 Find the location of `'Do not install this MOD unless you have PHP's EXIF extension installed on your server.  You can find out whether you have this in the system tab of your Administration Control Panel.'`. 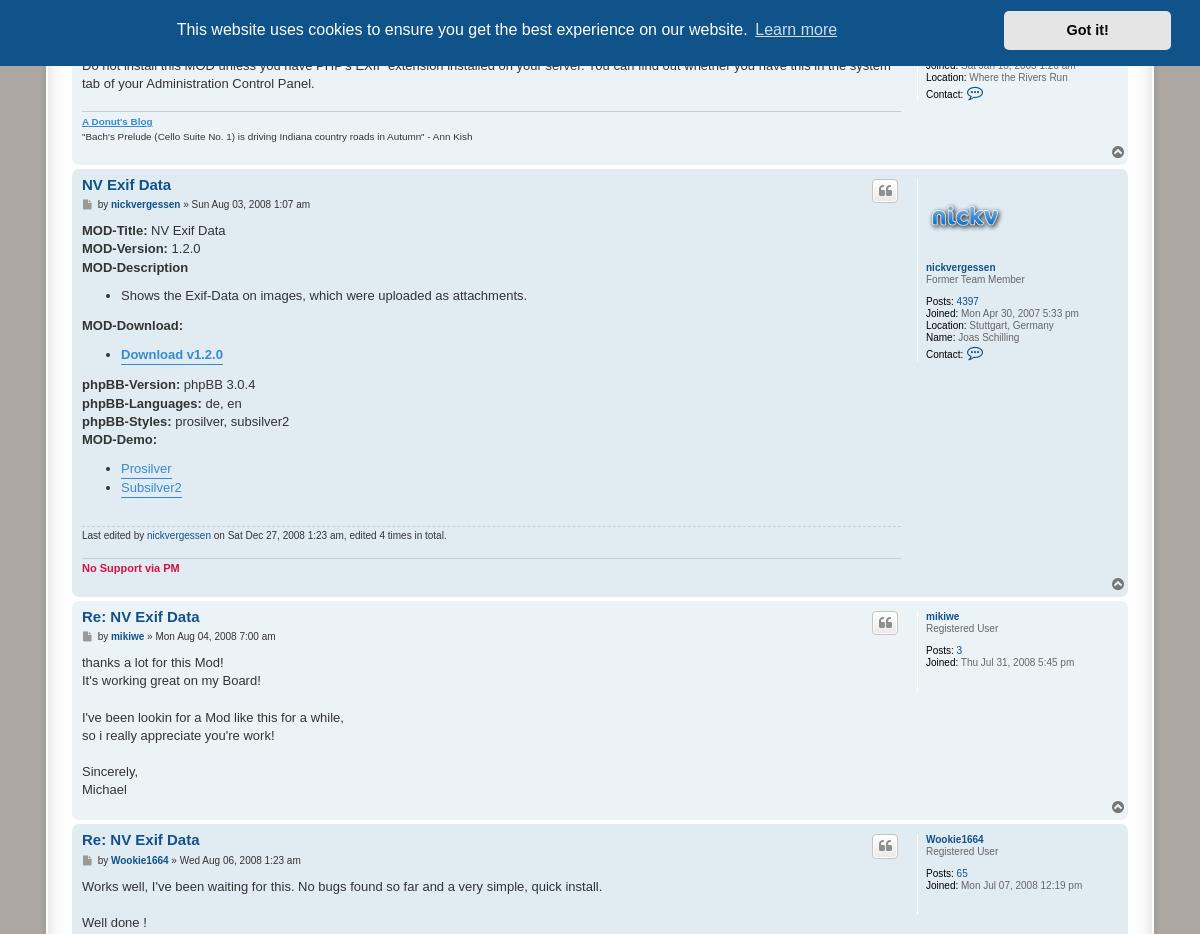

'Do not install this MOD unless you have PHP's EXIF extension installed on your server.  You can find out whether you have this in the system tab of your Administration Control Panel.' is located at coordinates (485, 74).